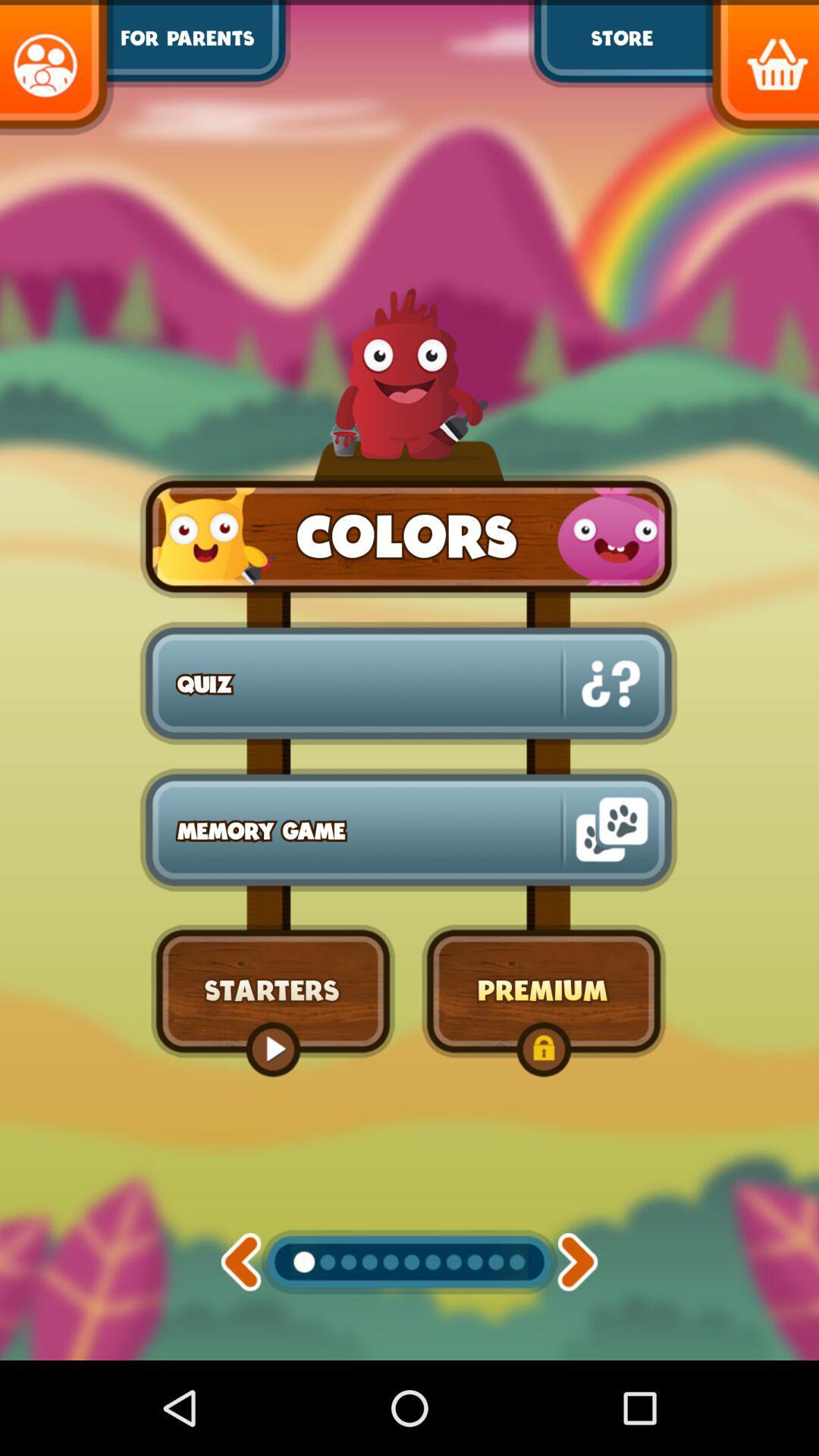 The height and width of the screenshot is (1456, 819). Describe the element at coordinates (578, 1351) in the screenshot. I see `the av_forward icon` at that location.